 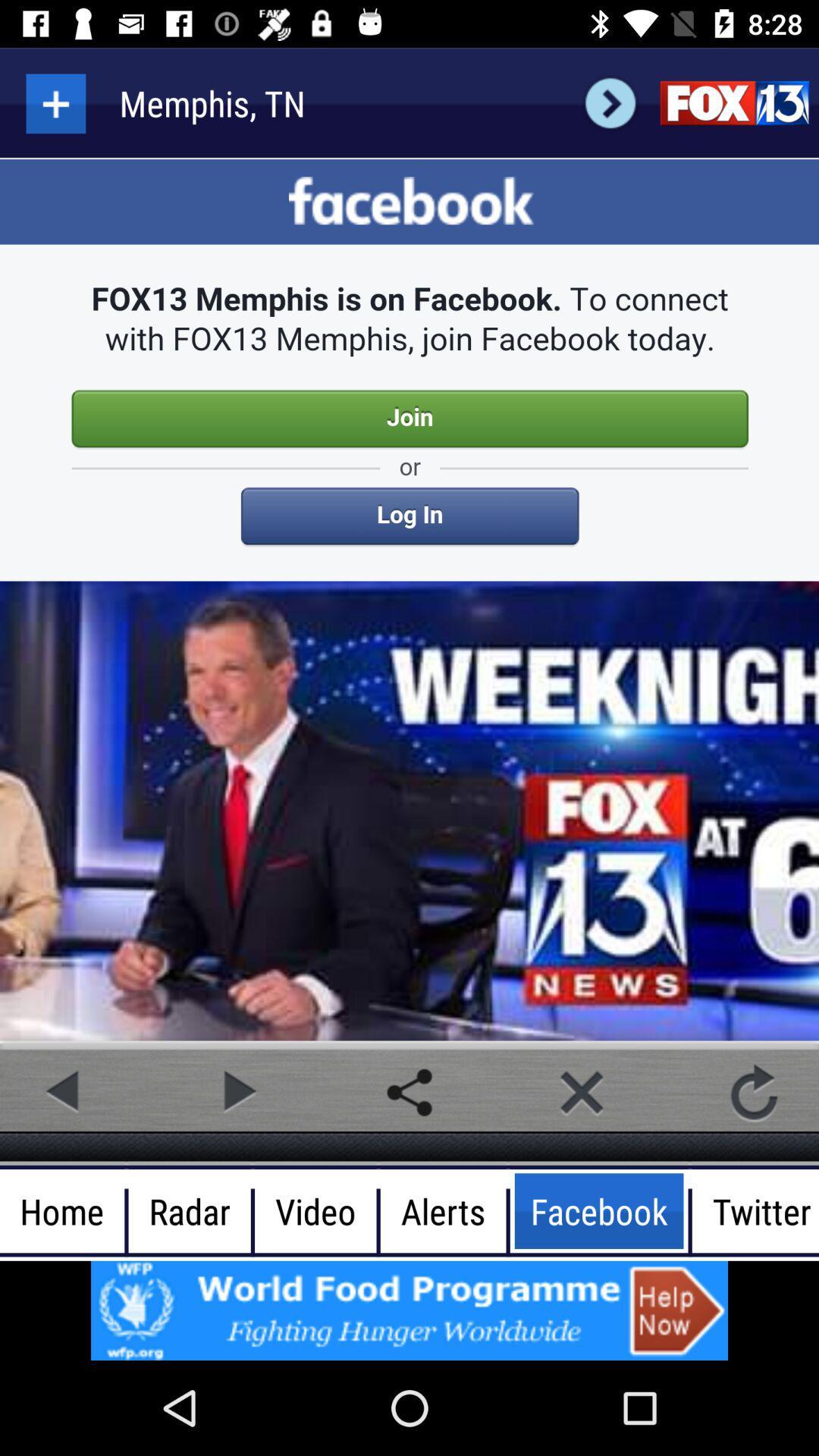 What do you see at coordinates (754, 1092) in the screenshot?
I see `the refresh icon` at bounding box center [754, 1092].